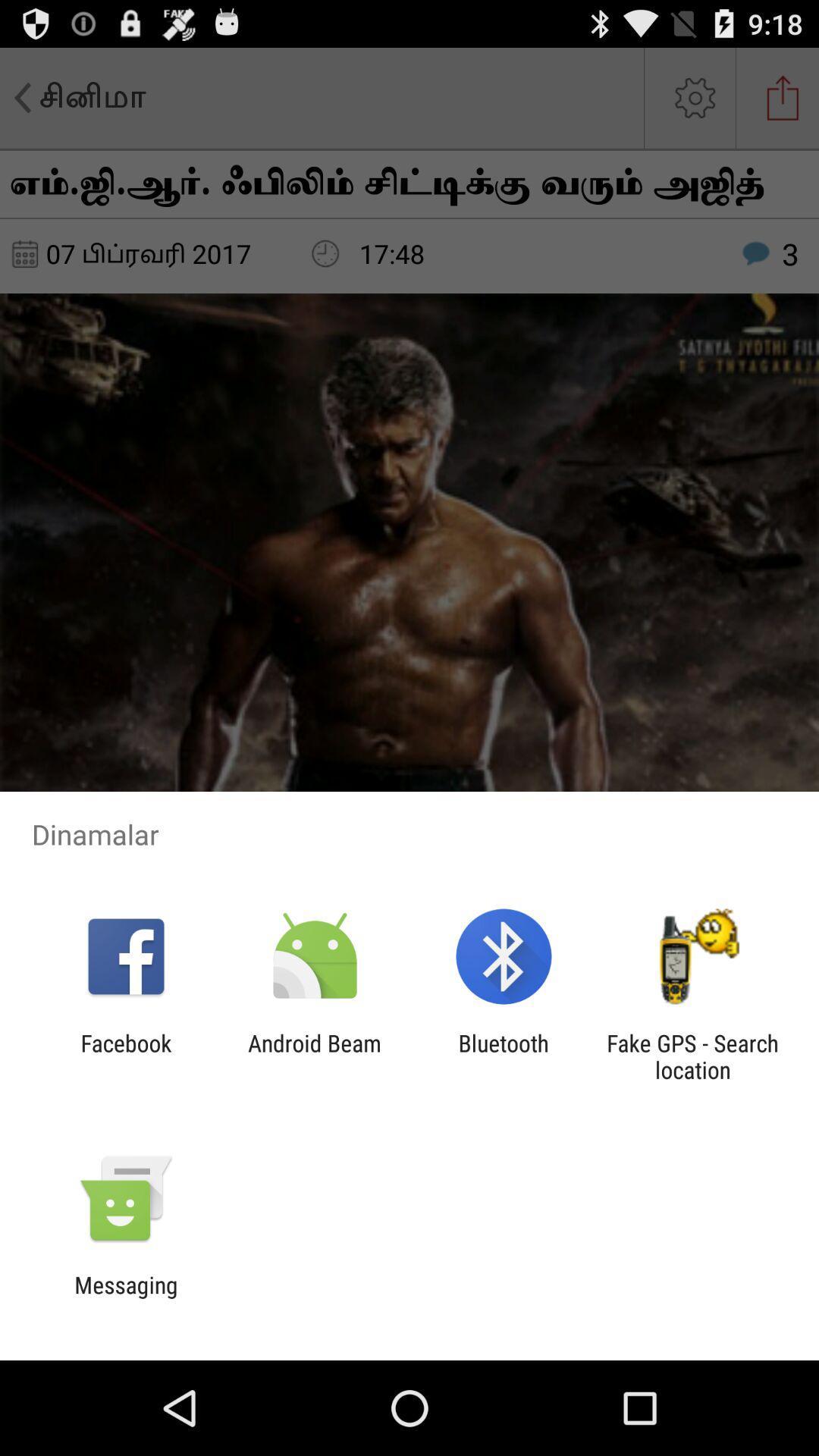 Image resolution: width=819 pixels, height=1456 pixels. I want to click on the item to the left of the bluetooth item, so click(314, 1056).